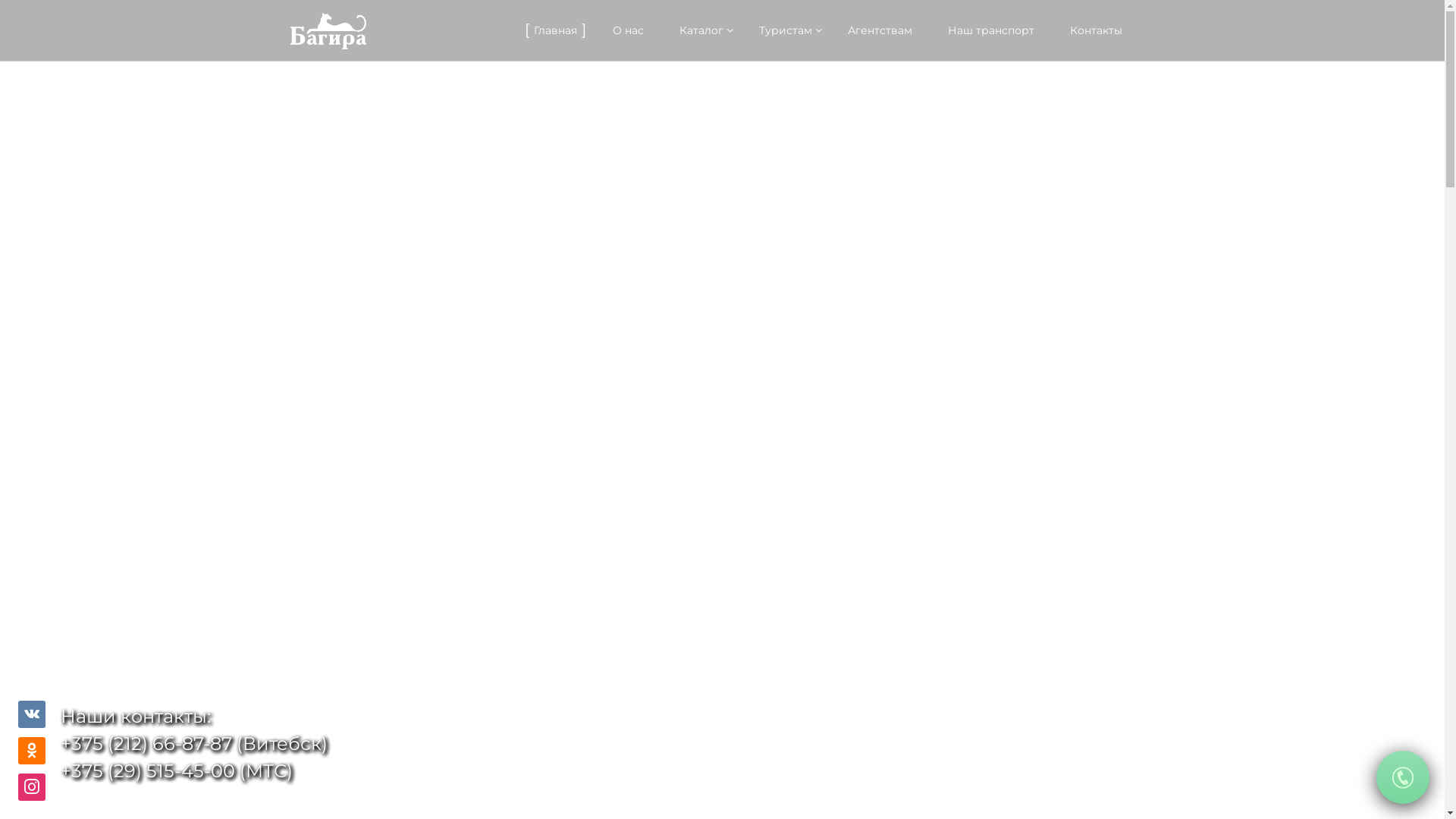  Describe the element at coordinates (32, 714) in the screenshot. I see `'vkontakte'` at that location.